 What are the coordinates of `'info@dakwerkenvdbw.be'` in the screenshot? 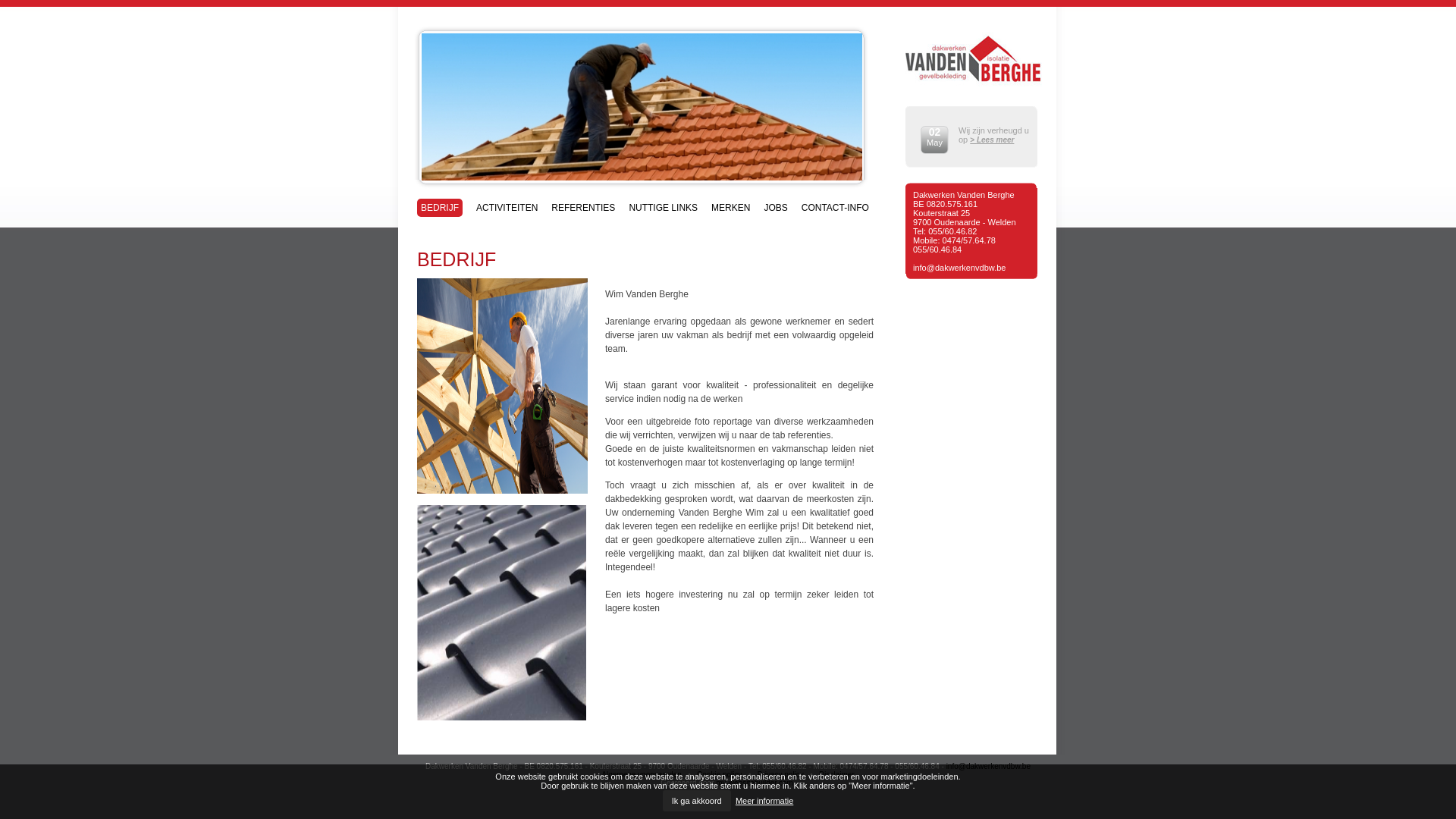 It's located at (946, 766).